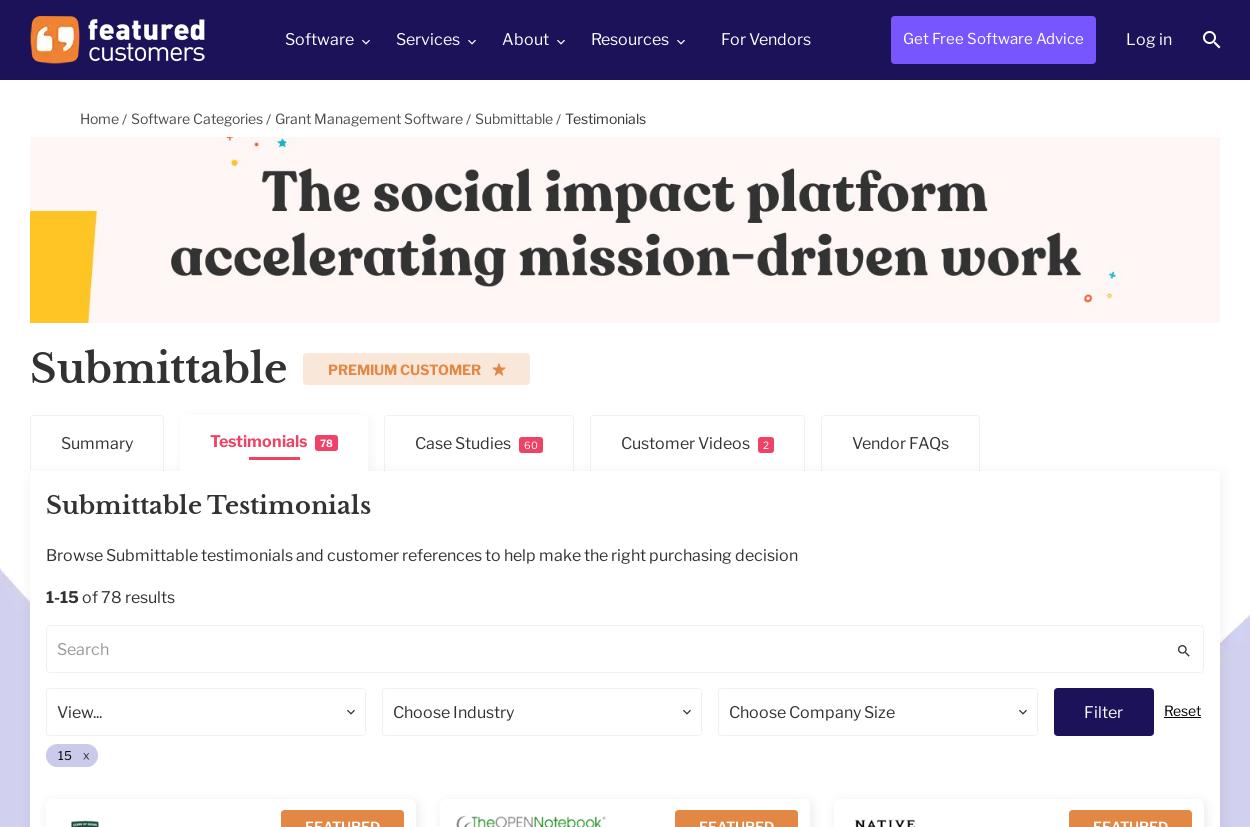 The height and width of the screenshot is (827, 1250). I want to click on 'Case Studies', so click(462, 442).